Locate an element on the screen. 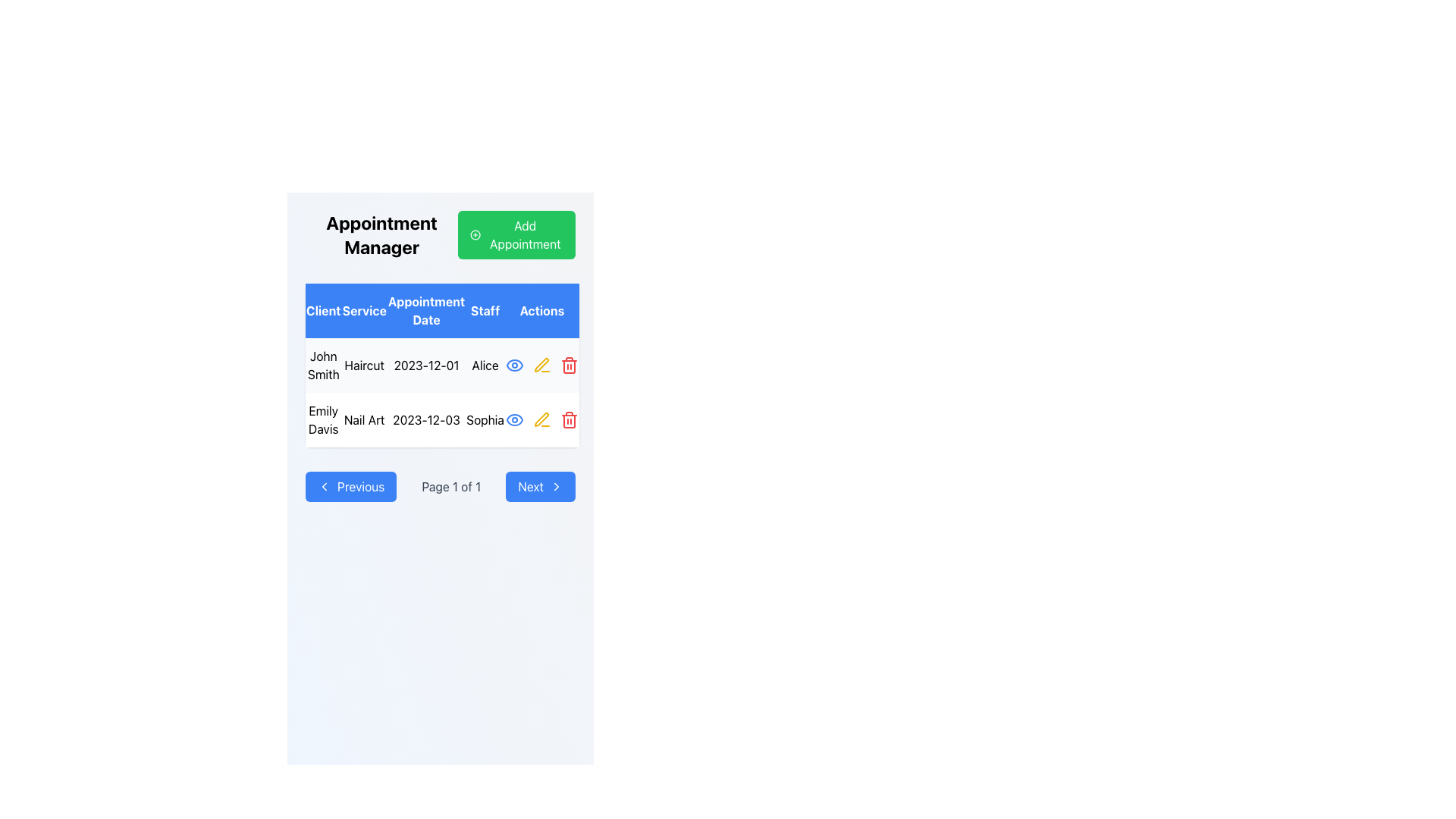 The height and width of the screenshot is (819, 1456). 'Service' column header text label, which is the second item in a horizontal row of five column headers on a blue background is located at coordinates (364, 309).